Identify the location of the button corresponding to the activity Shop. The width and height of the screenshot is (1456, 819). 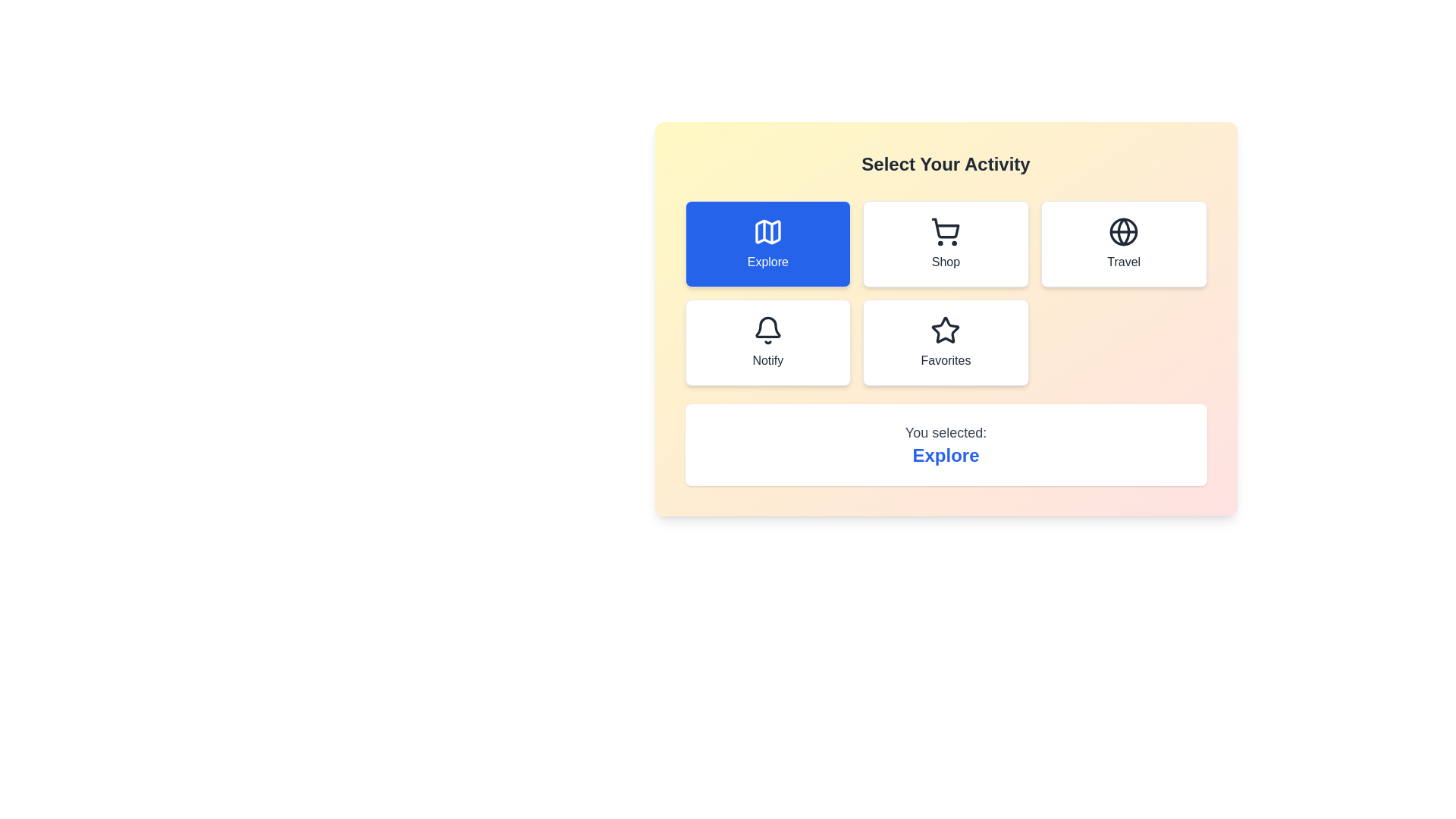
(945, 243).